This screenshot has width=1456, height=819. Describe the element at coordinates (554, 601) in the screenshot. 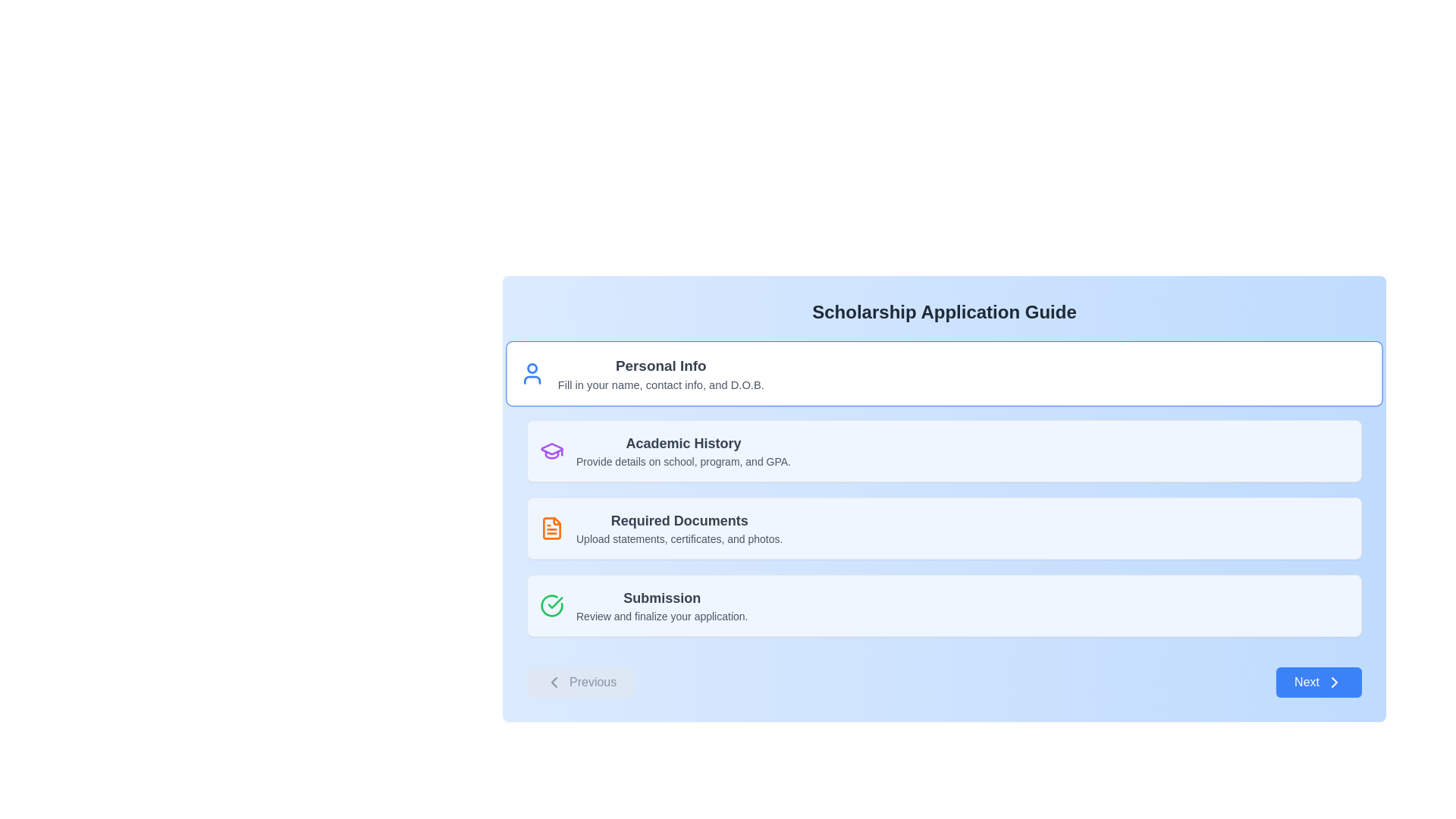

I see `the checkmark icon within the circular SVG graphic located at the bottom-right corner of the 'Submission' section to indicate successful completion` at that location.